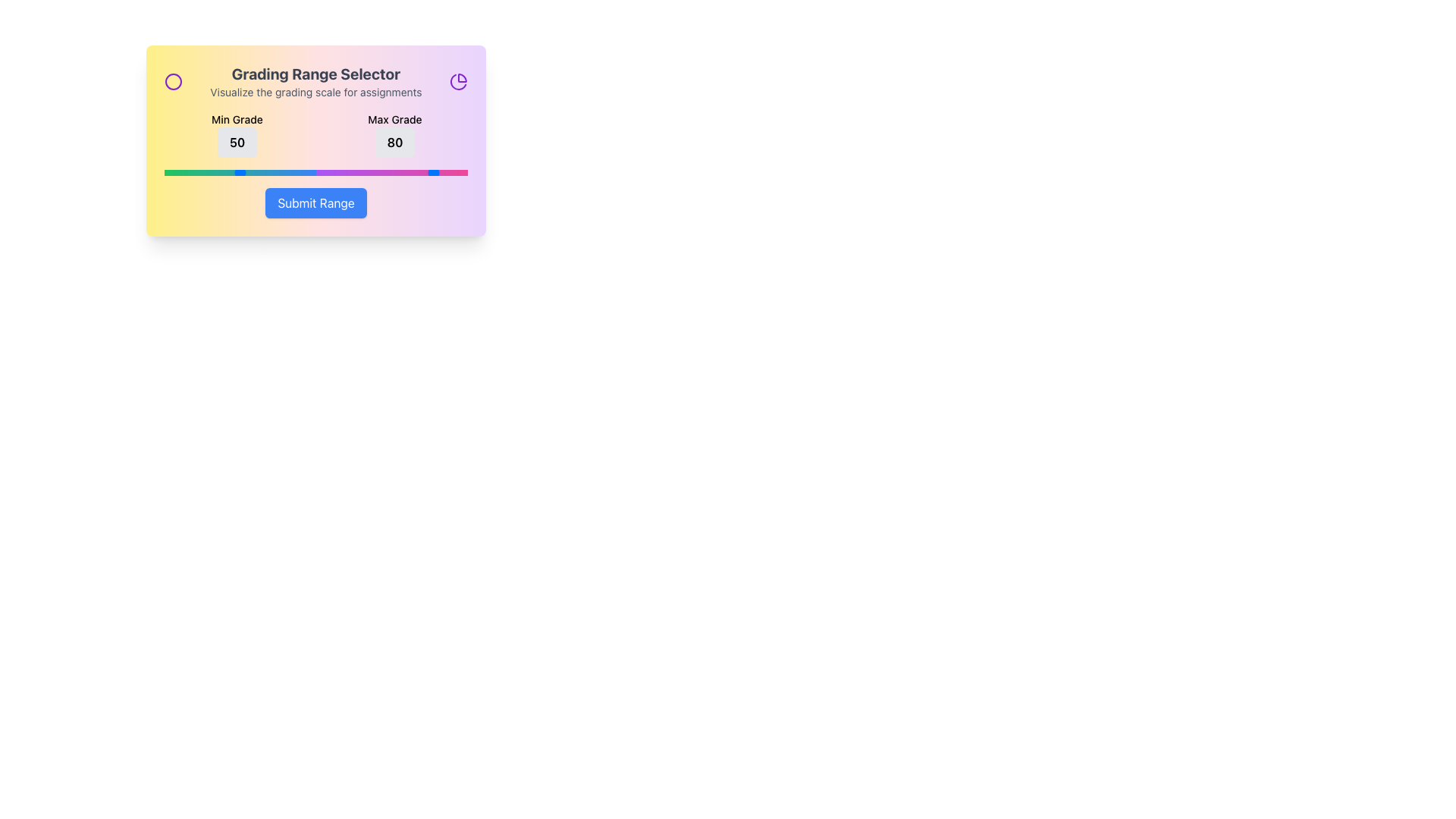 This screenshot has width=1456, height=819. Describe the element at coordinates (315, 82) in the screenshot. I see `the non-interactive text block titled 'Grading Range Selector', which displays the description 'Visualize the grading scale for assignments' in a card-like interface` at that location.